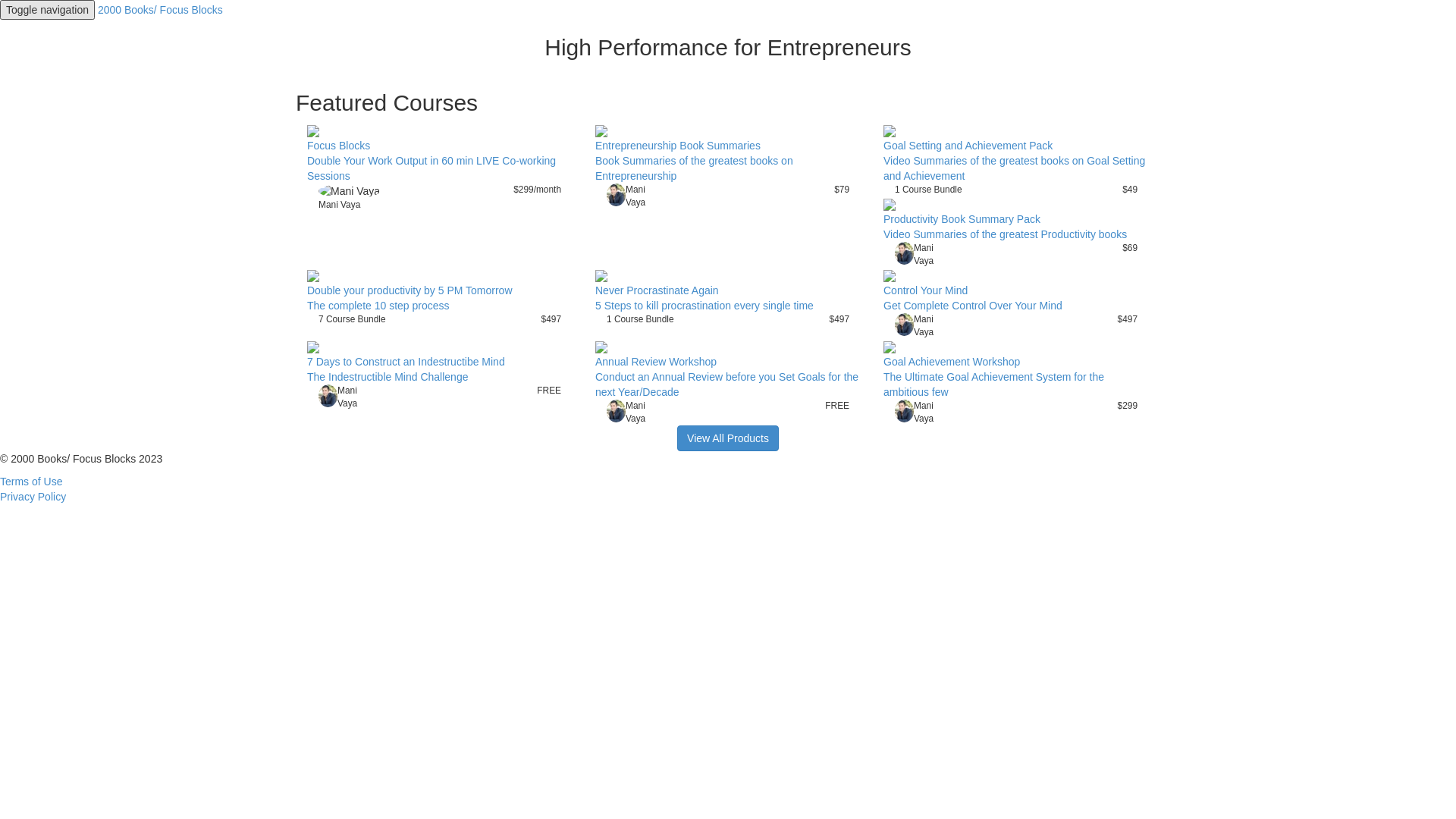 The image size is (1456, 819). Describe the element at coordinates (0, 497) in the screenshot. I see `'Privacy Policy'` at that location.